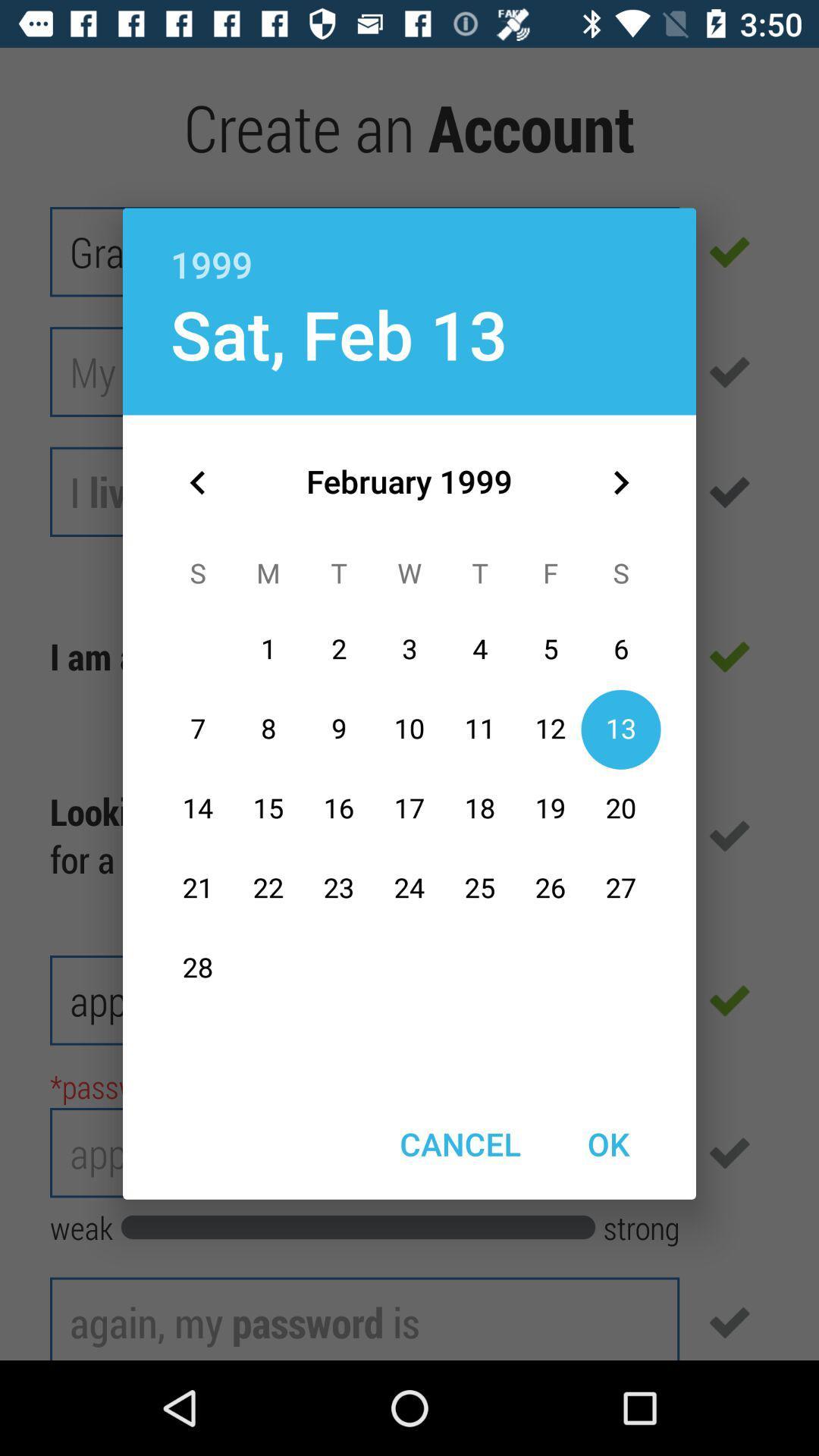 The image size is (819, 1456). I want to click on the cancel, so click(460, 1144).